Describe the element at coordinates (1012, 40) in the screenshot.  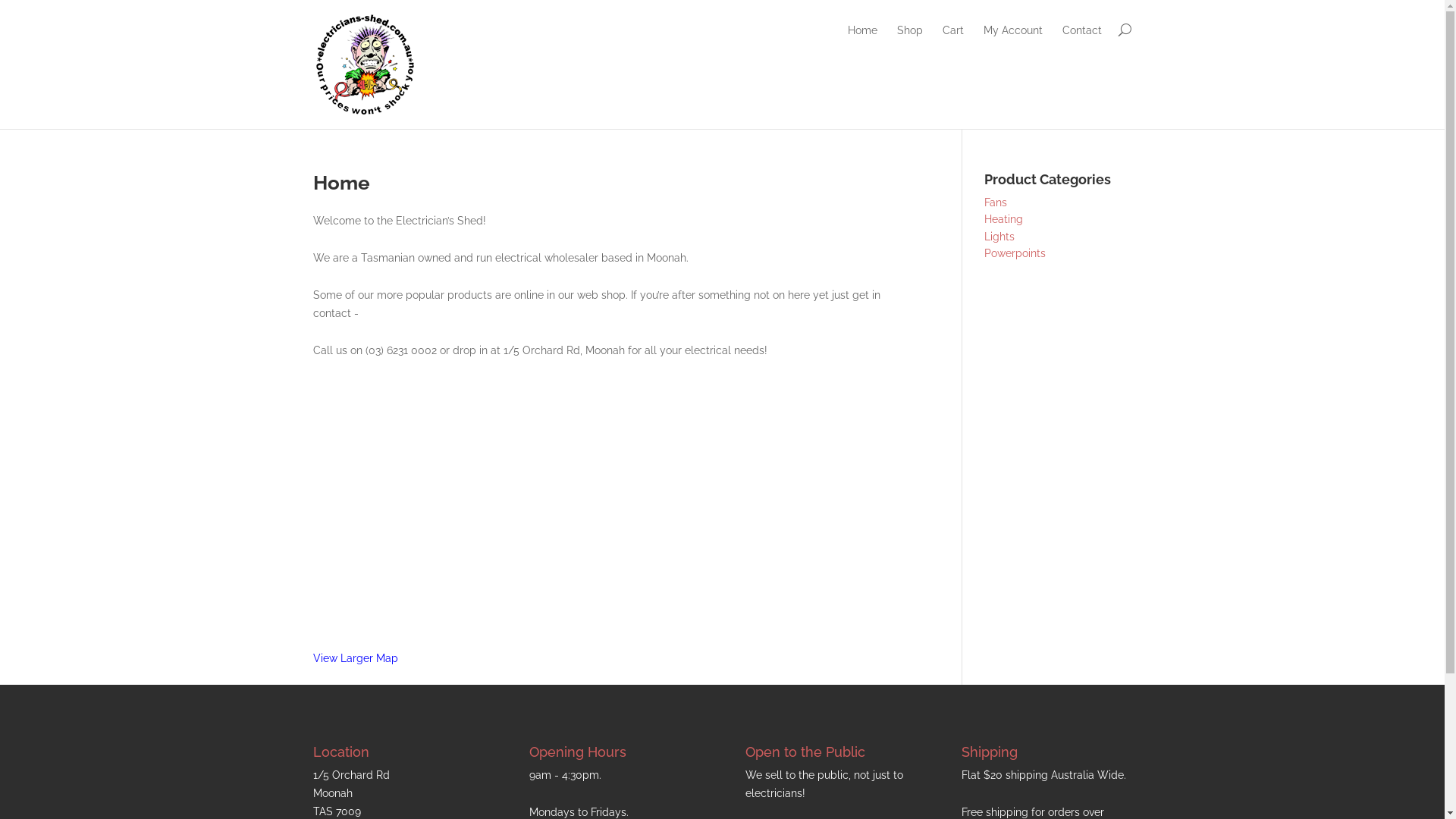
I see `'My Account'` at that location.